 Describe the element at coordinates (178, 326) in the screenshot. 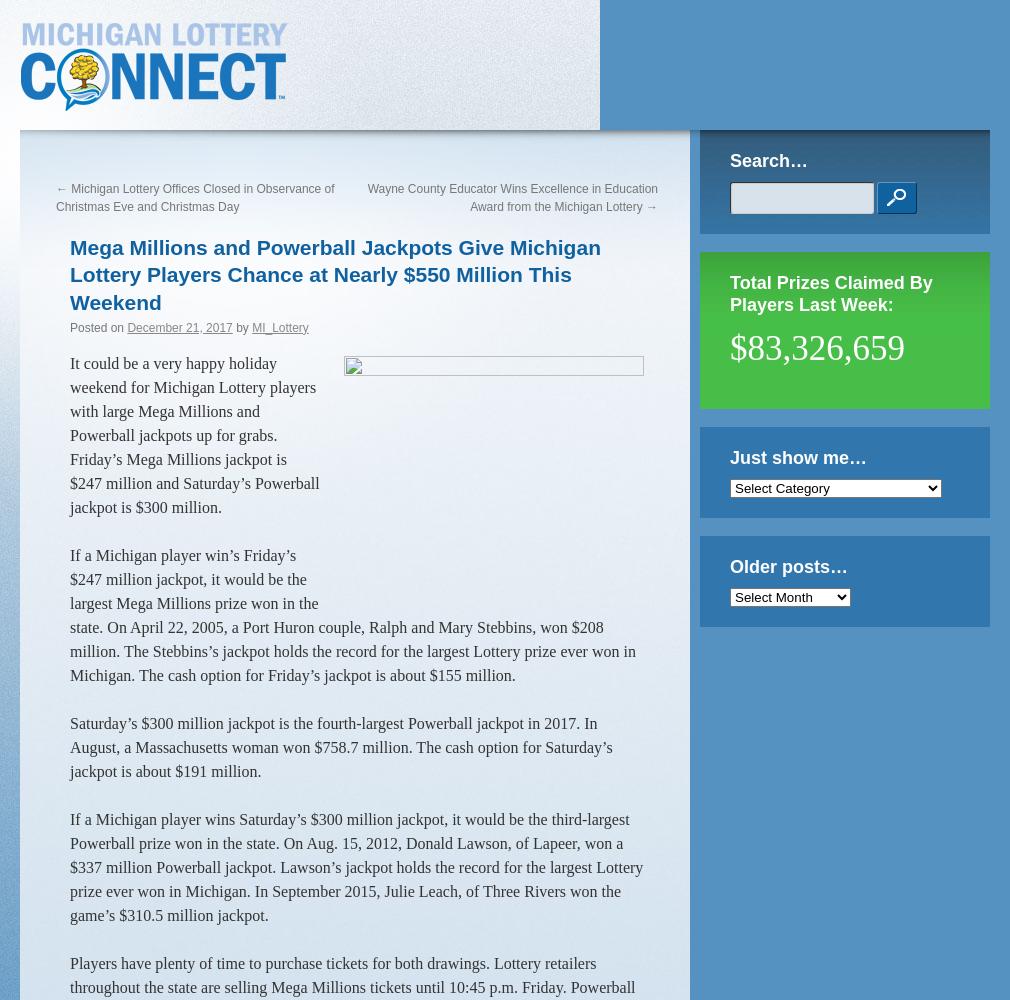

I see `'December 21, 2017'` at that location.